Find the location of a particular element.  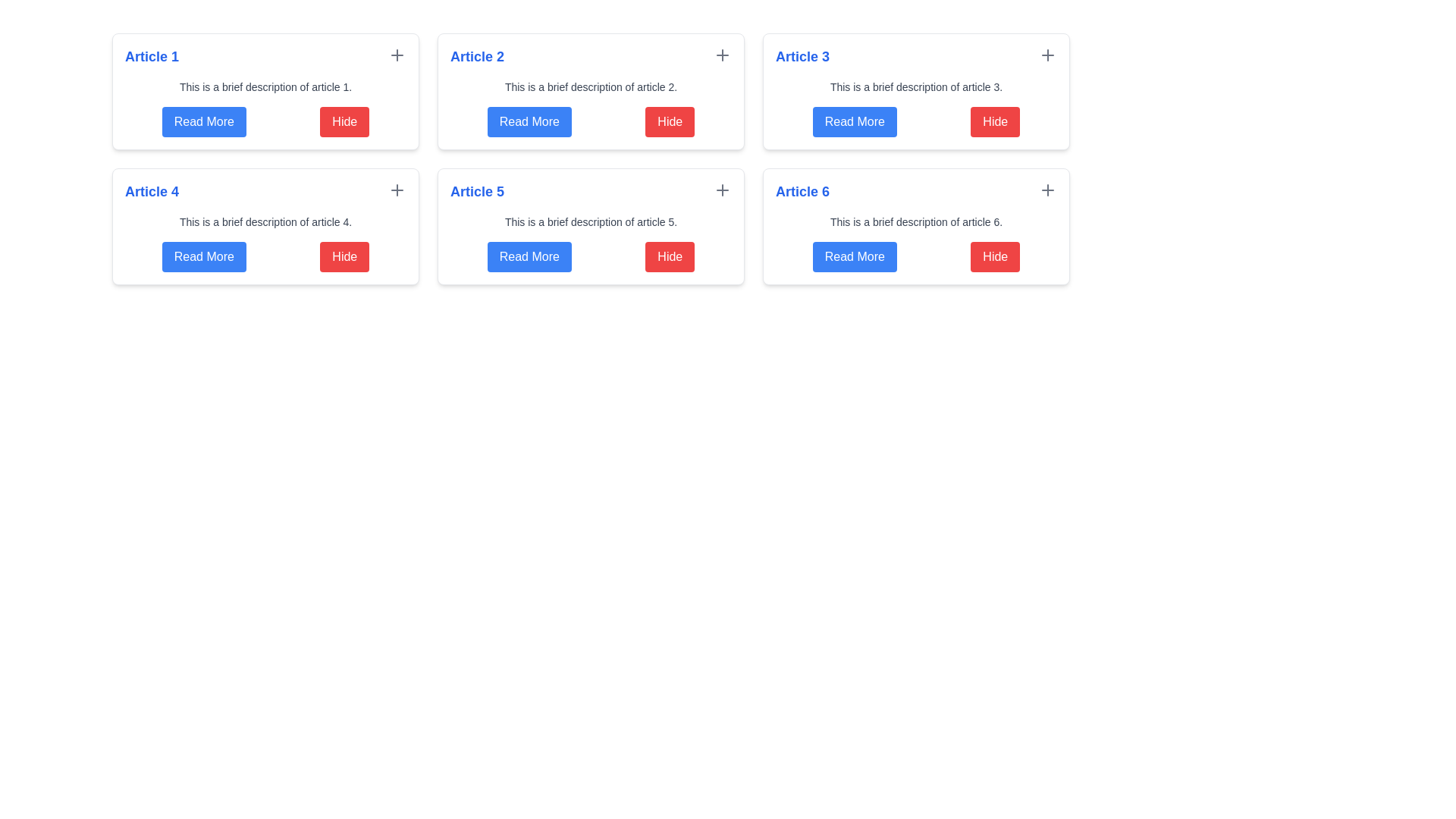

the text label that says 'This is a brief description of article 2.', which is located beneath the title 'Article 2' in the card for 'Article 2' is located at coordinates (590, 87).